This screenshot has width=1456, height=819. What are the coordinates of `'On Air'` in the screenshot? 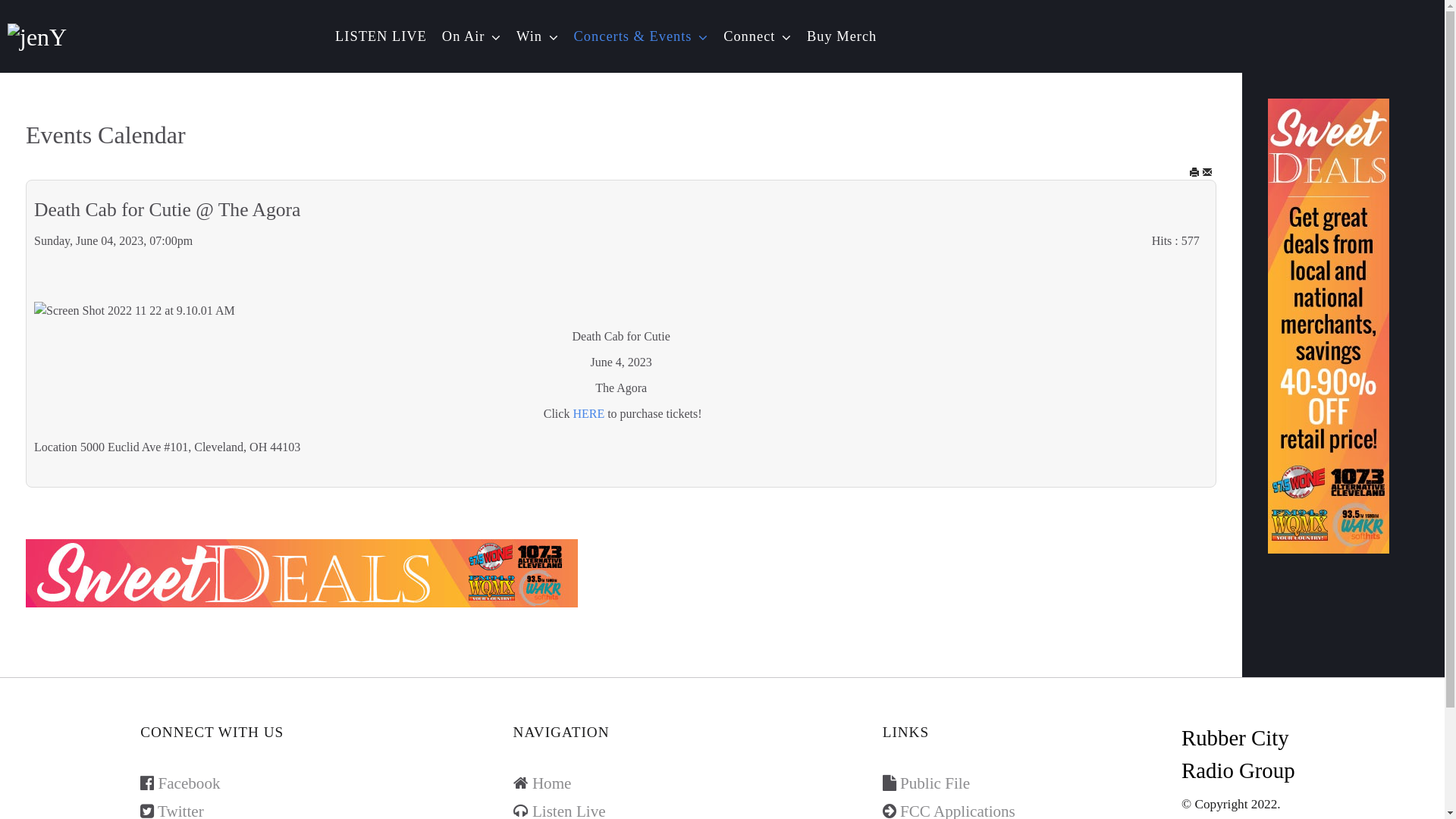 It's located at (471, 35).